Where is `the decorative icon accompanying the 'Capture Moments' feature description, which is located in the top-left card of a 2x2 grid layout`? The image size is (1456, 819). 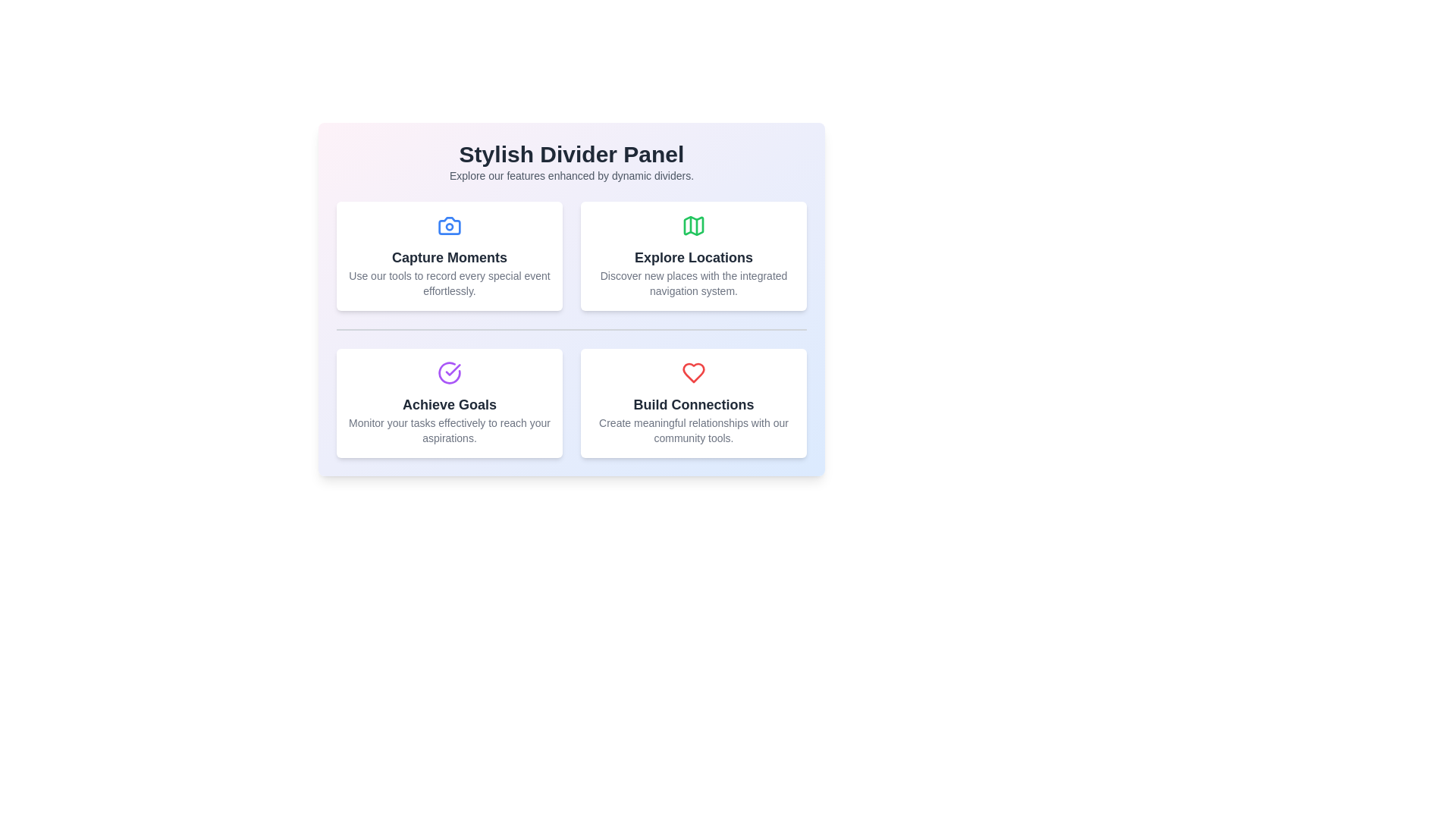
the decorative icon accompanying the 'Capture Moments' feature description, which is located in the top-left card of a 2x2 grid layout is located at coordinates (449, 225).